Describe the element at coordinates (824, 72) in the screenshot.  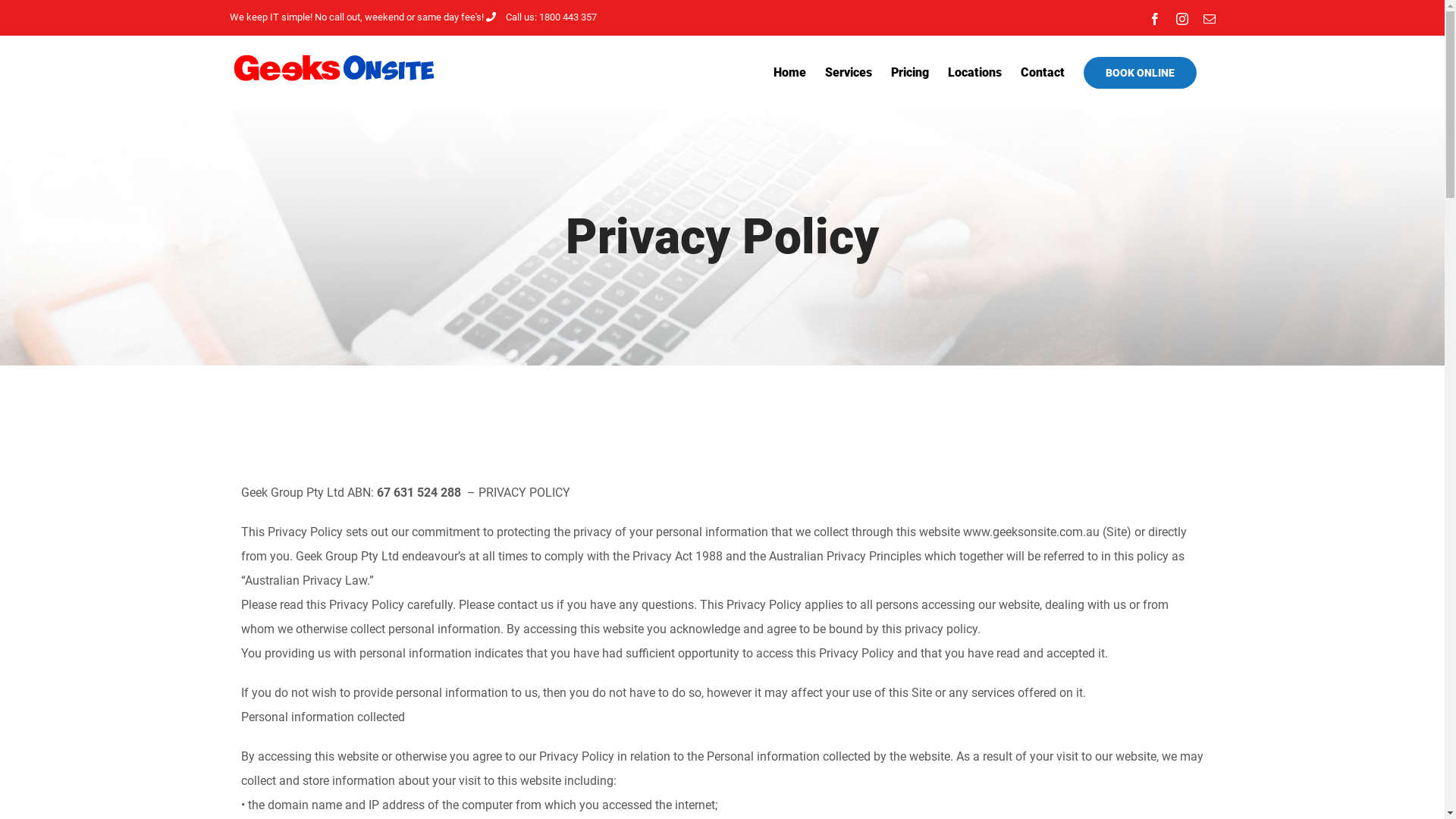
I see `'Services'` at that location.